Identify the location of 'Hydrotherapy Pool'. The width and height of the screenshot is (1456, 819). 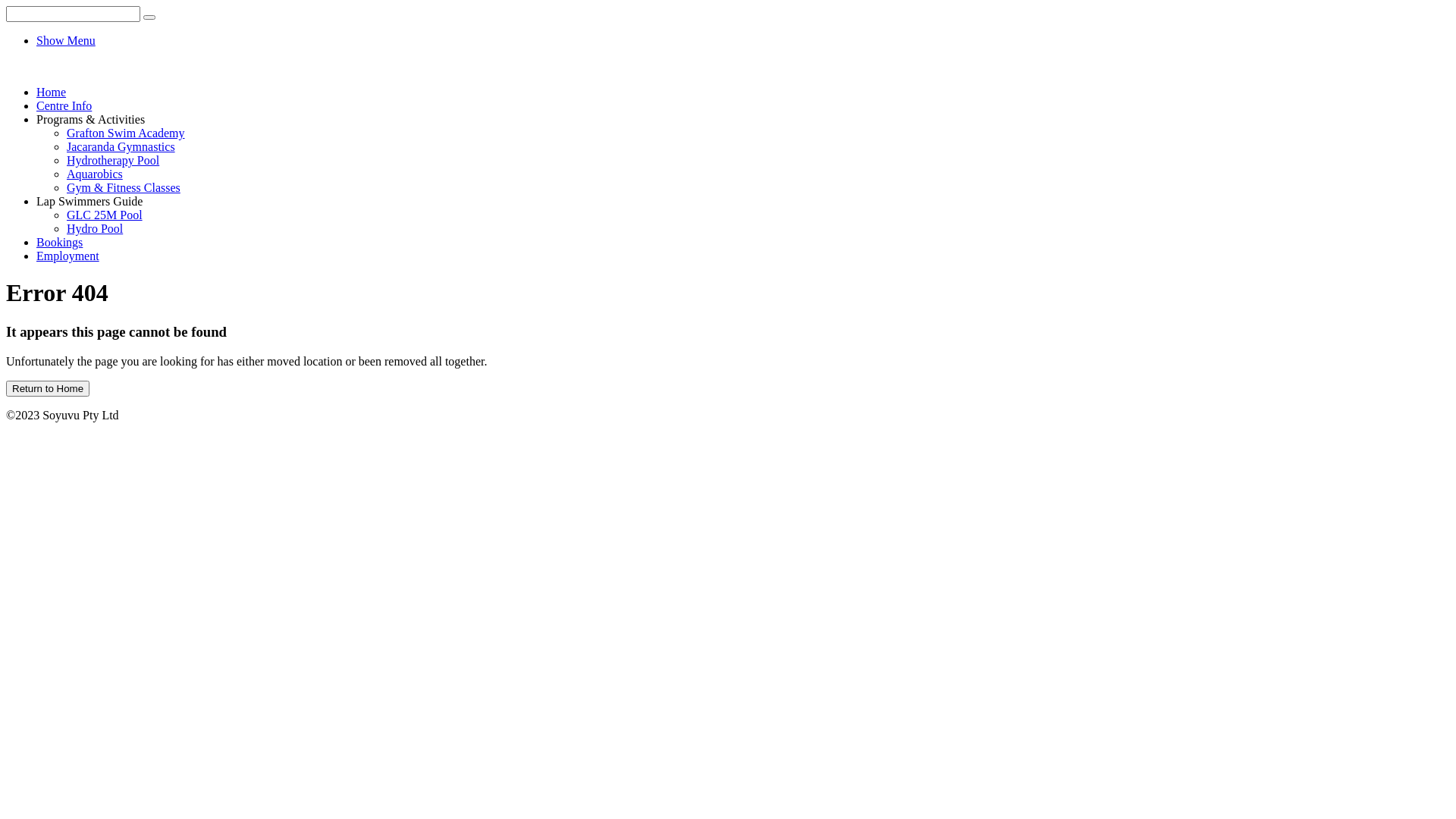
(111, 160).